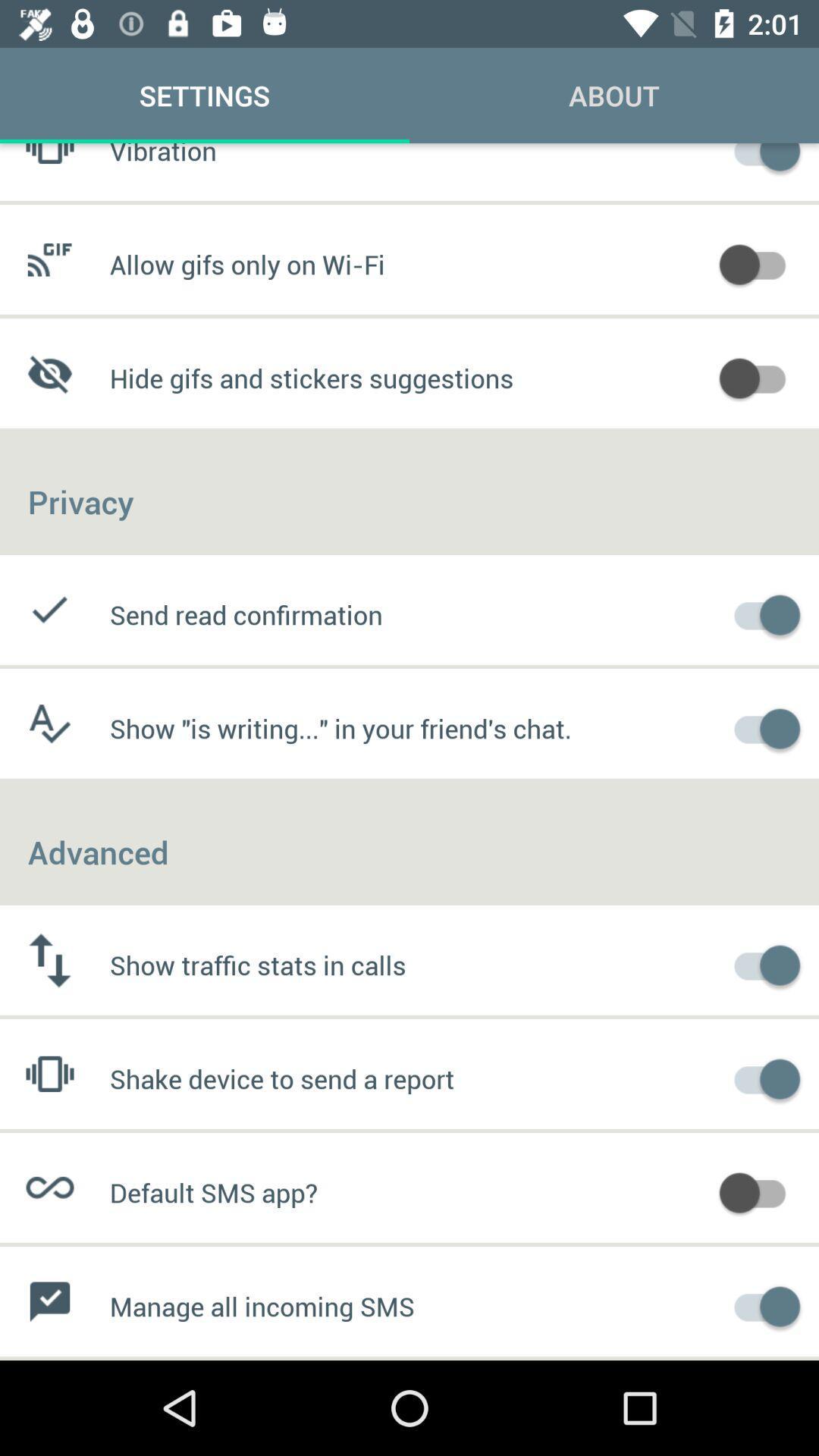 The height and width of the screenshot is (1456, 819). I want to click on switch autoplay option, so click(760, 376).